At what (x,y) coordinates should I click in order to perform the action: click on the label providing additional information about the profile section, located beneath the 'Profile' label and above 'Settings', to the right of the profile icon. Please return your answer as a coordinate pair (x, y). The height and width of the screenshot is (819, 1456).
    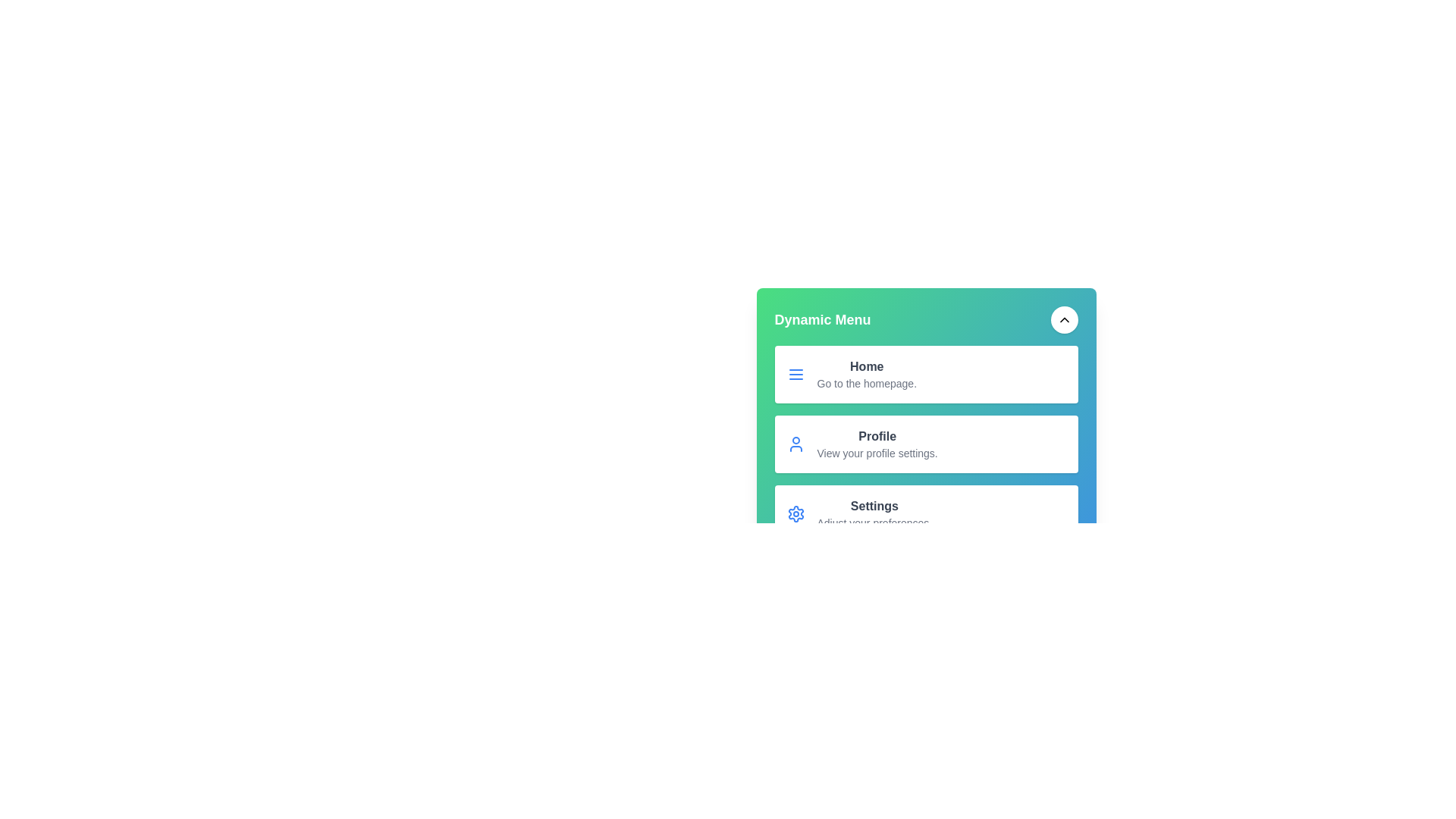
    Looking at the image, I should click on (877, 452).